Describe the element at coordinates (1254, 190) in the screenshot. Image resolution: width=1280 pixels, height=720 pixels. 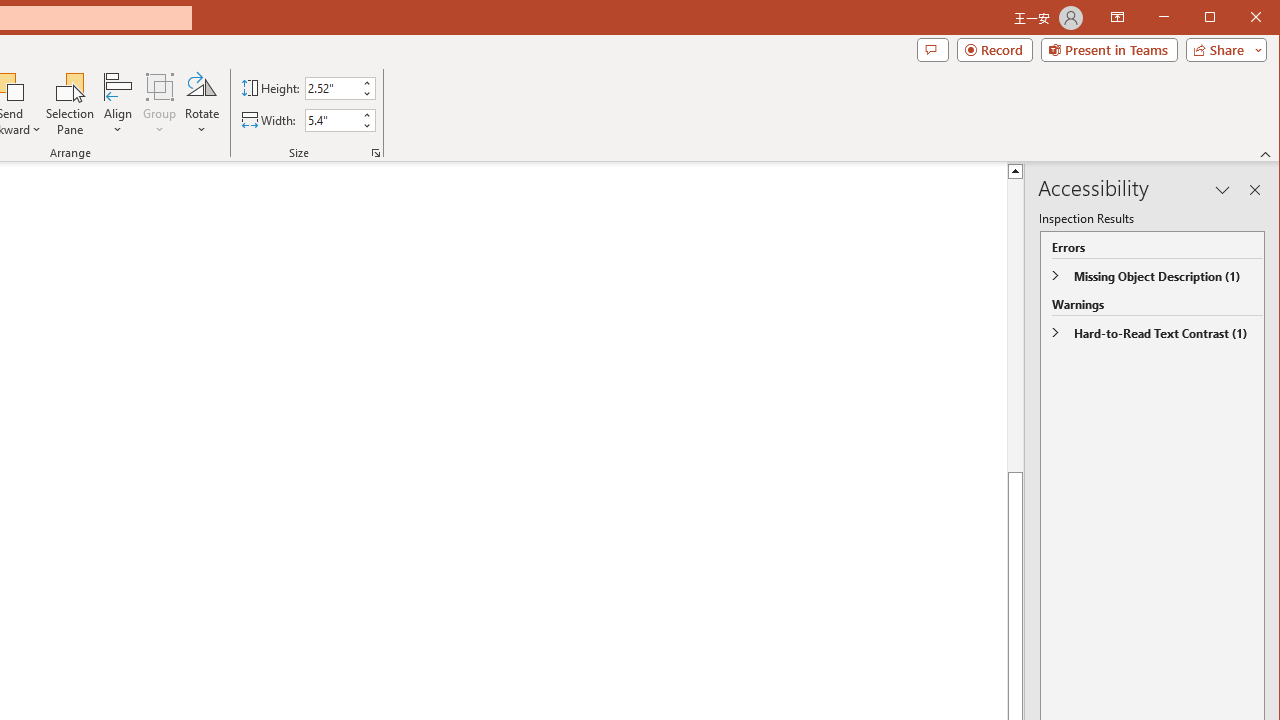
I see `'Close pane'` at that location.